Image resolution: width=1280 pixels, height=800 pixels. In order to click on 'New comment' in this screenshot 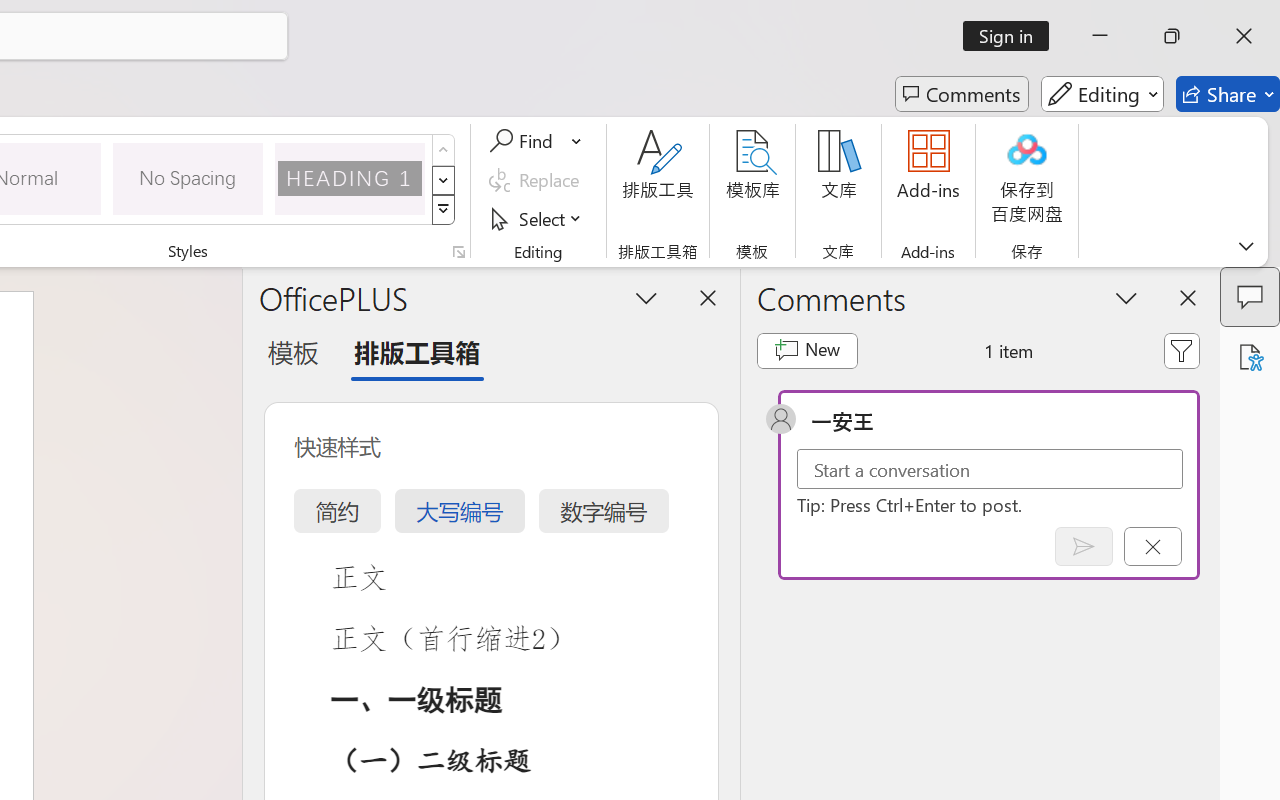, I will do `click(807, 350)`.